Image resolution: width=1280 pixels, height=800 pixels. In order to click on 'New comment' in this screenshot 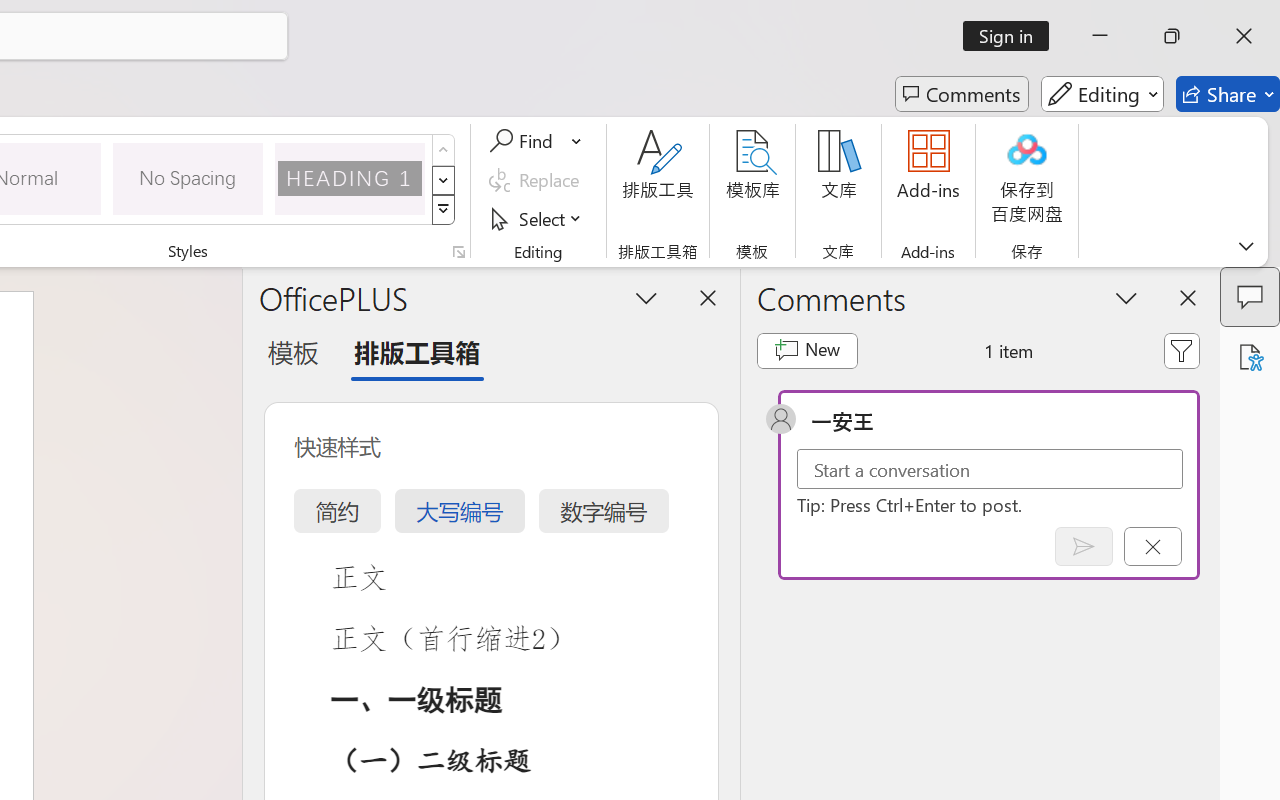, I will do `click(807, 350)`.